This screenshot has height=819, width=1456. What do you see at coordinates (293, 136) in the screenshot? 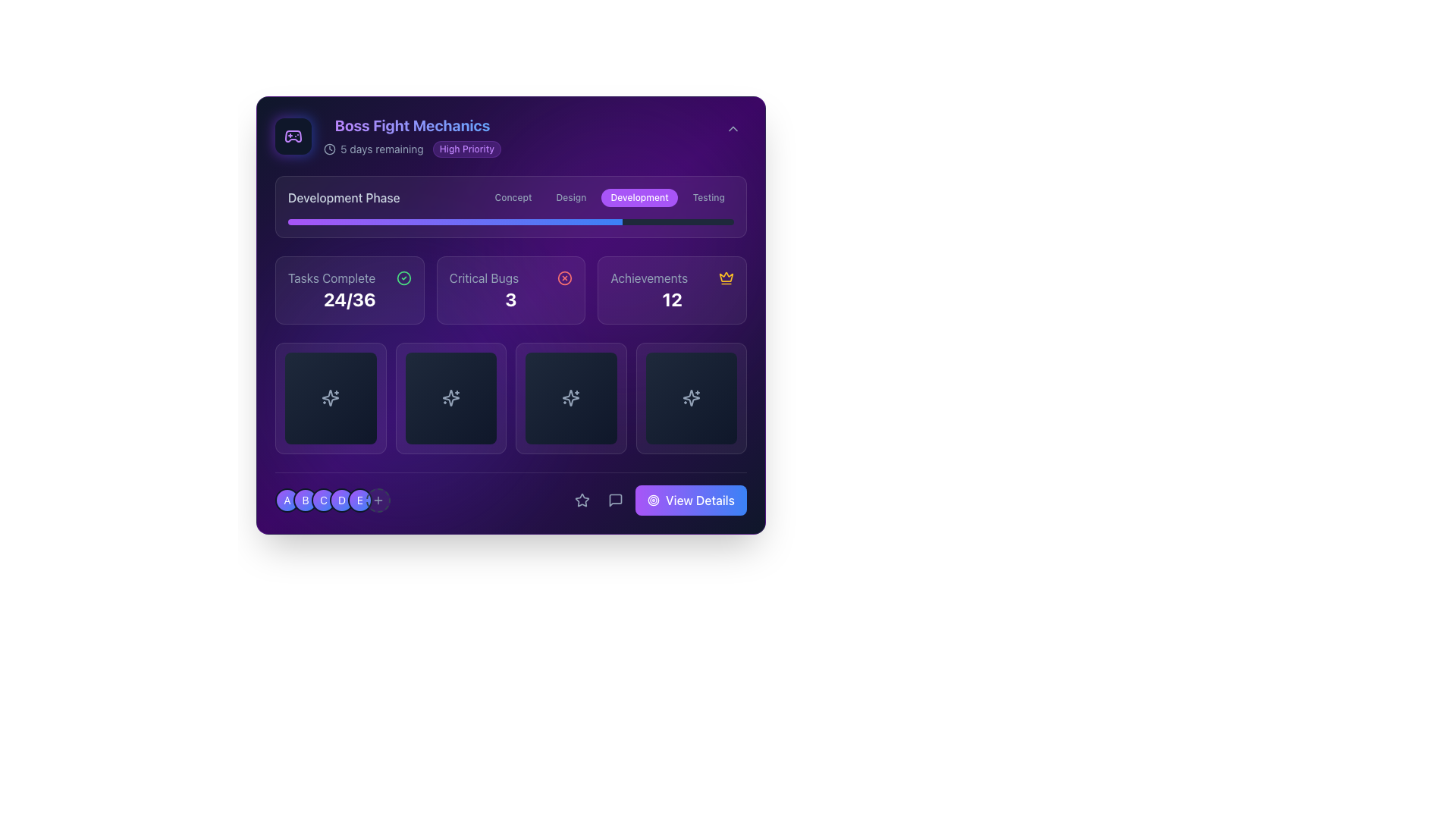
I see `the visual enhancement layer that provides a glowing effect for the game controller icon located at the top-left of the interface under the 'Boss Fight Mechanics' title` at bounding box center [293, 136].